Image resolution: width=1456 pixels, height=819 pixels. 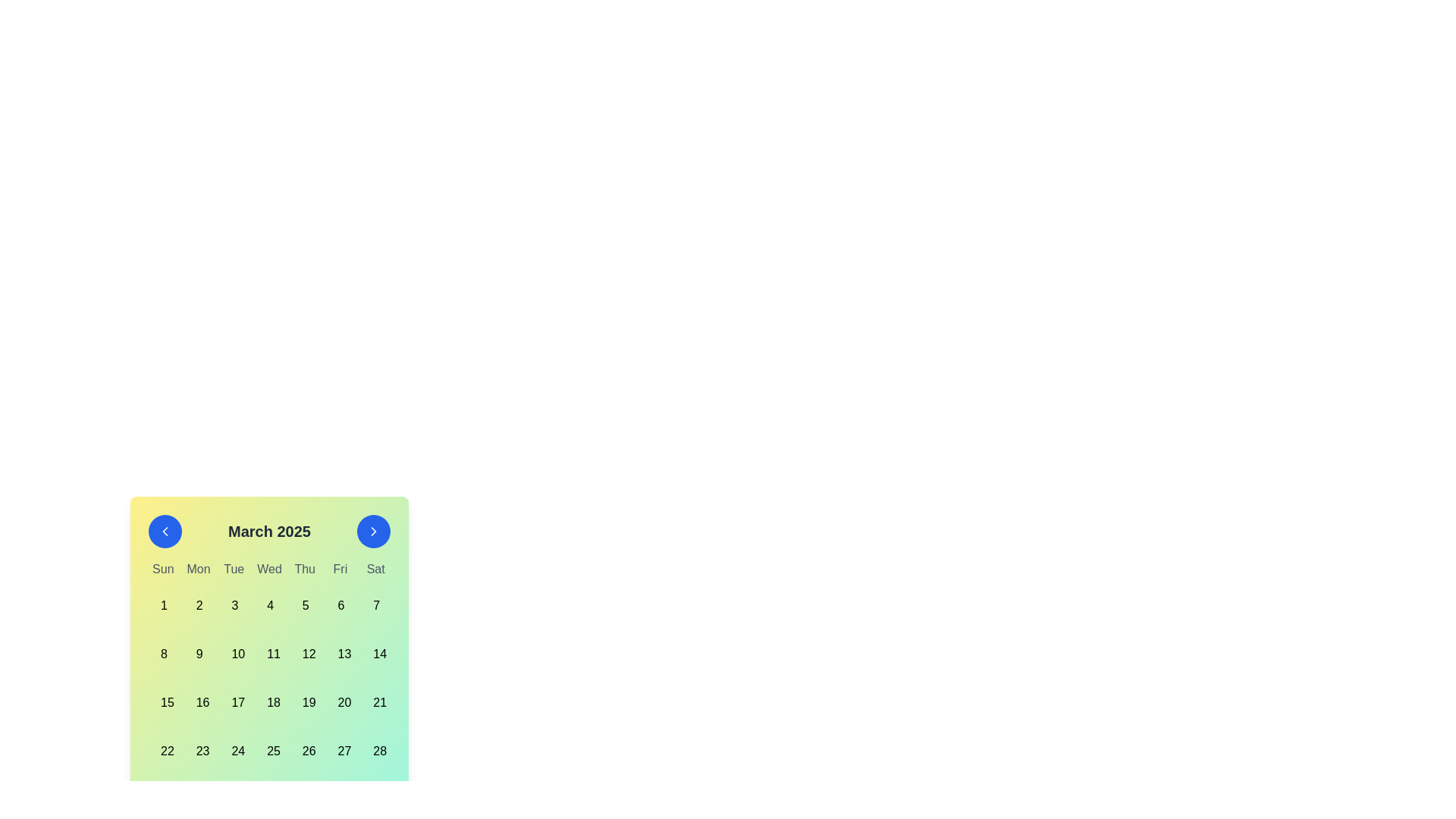 I want to click on the left-facing arrow icon in the top-left corner of the calendar, so click(x=165, y=531).